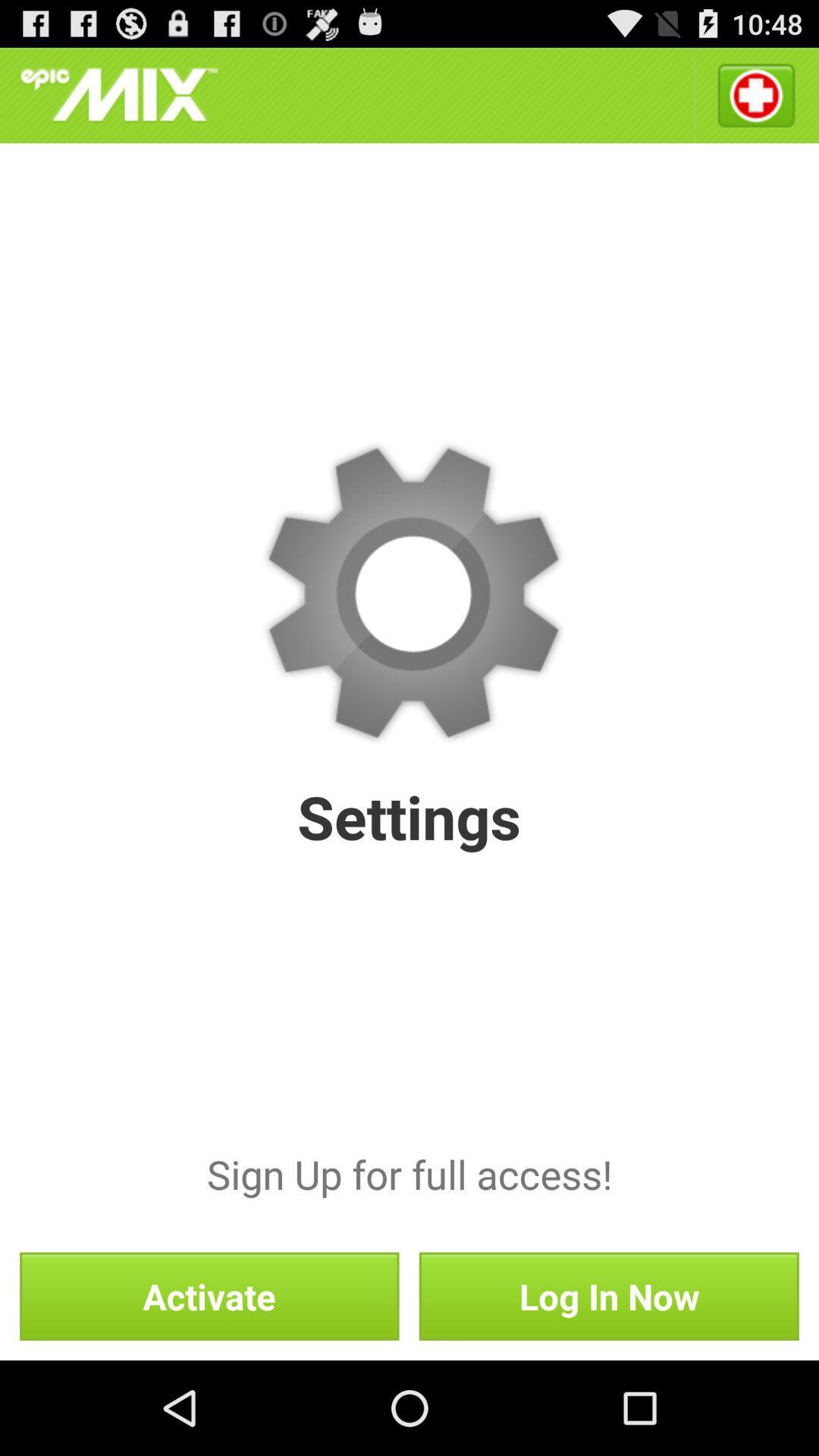  Describe the element at coordinates (608, 1295) in the screenshot. I see `the icon to the right of activate button` at that location.